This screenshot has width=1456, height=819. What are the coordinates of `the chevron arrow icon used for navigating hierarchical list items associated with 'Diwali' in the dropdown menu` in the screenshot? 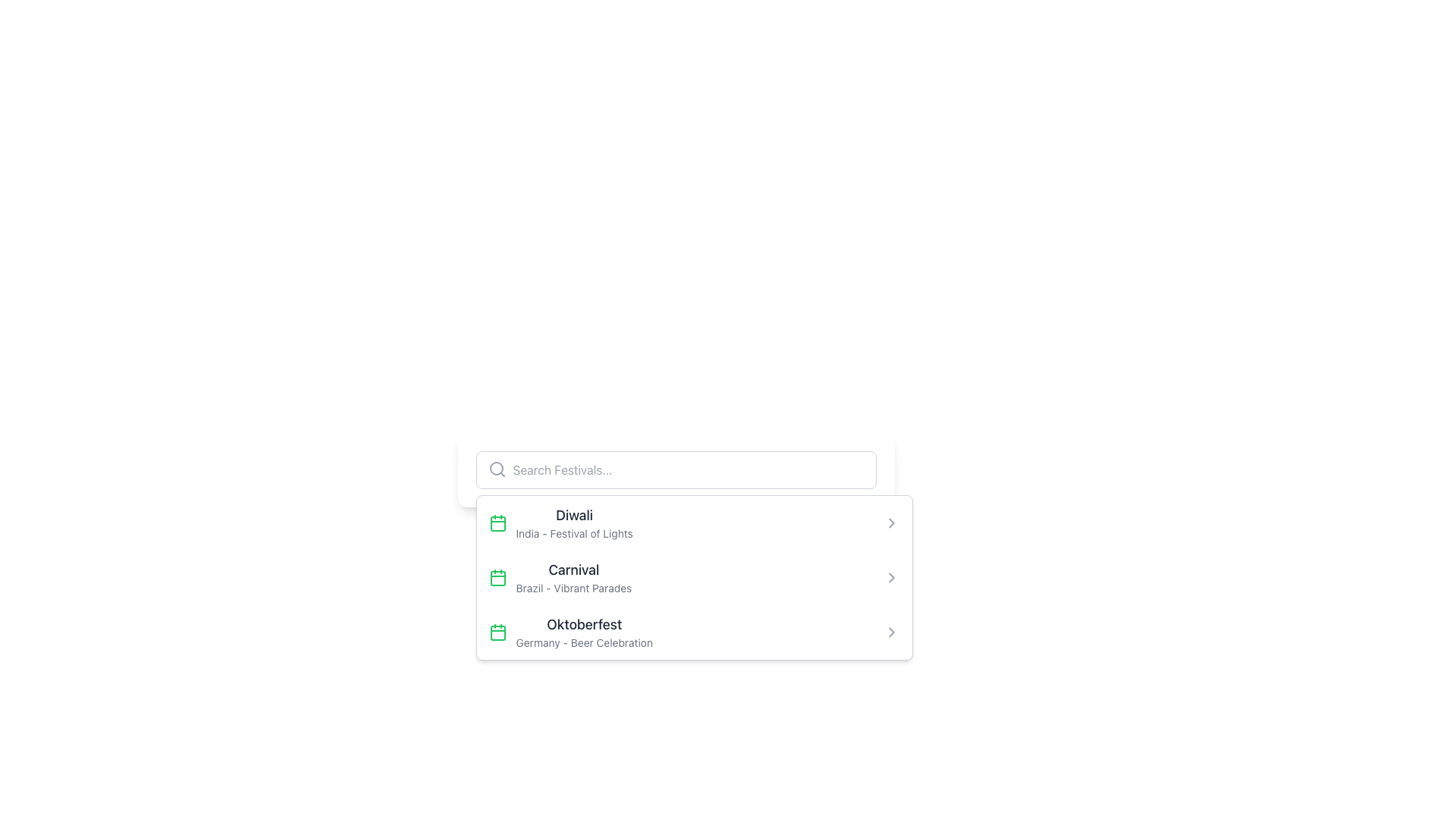 It's located at (891, 522).